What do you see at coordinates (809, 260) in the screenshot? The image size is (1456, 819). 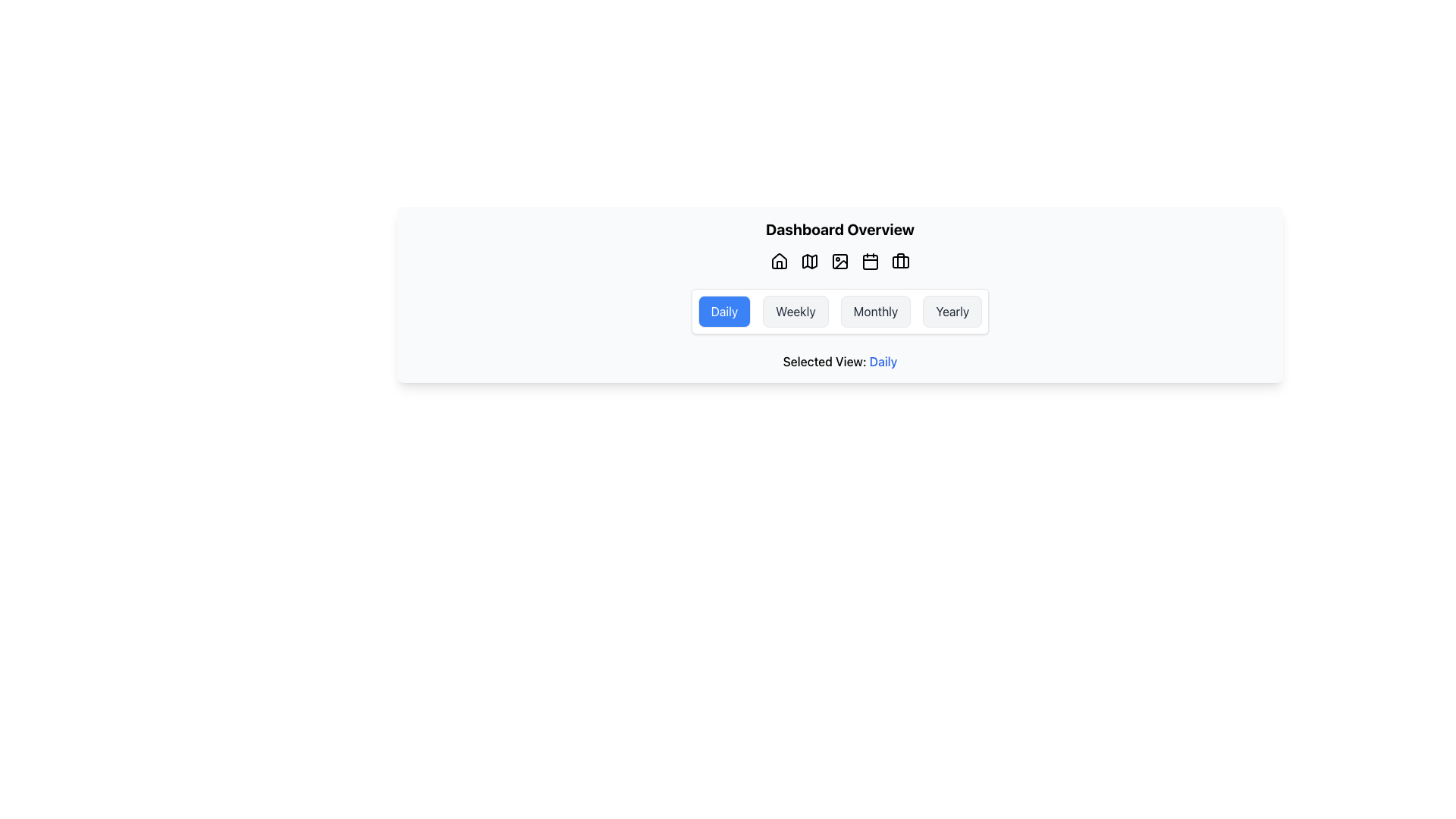 I see `the navigation button located as the second icon from the left under the 'Dashboard Overview' header` at bounding box center [809, 260].